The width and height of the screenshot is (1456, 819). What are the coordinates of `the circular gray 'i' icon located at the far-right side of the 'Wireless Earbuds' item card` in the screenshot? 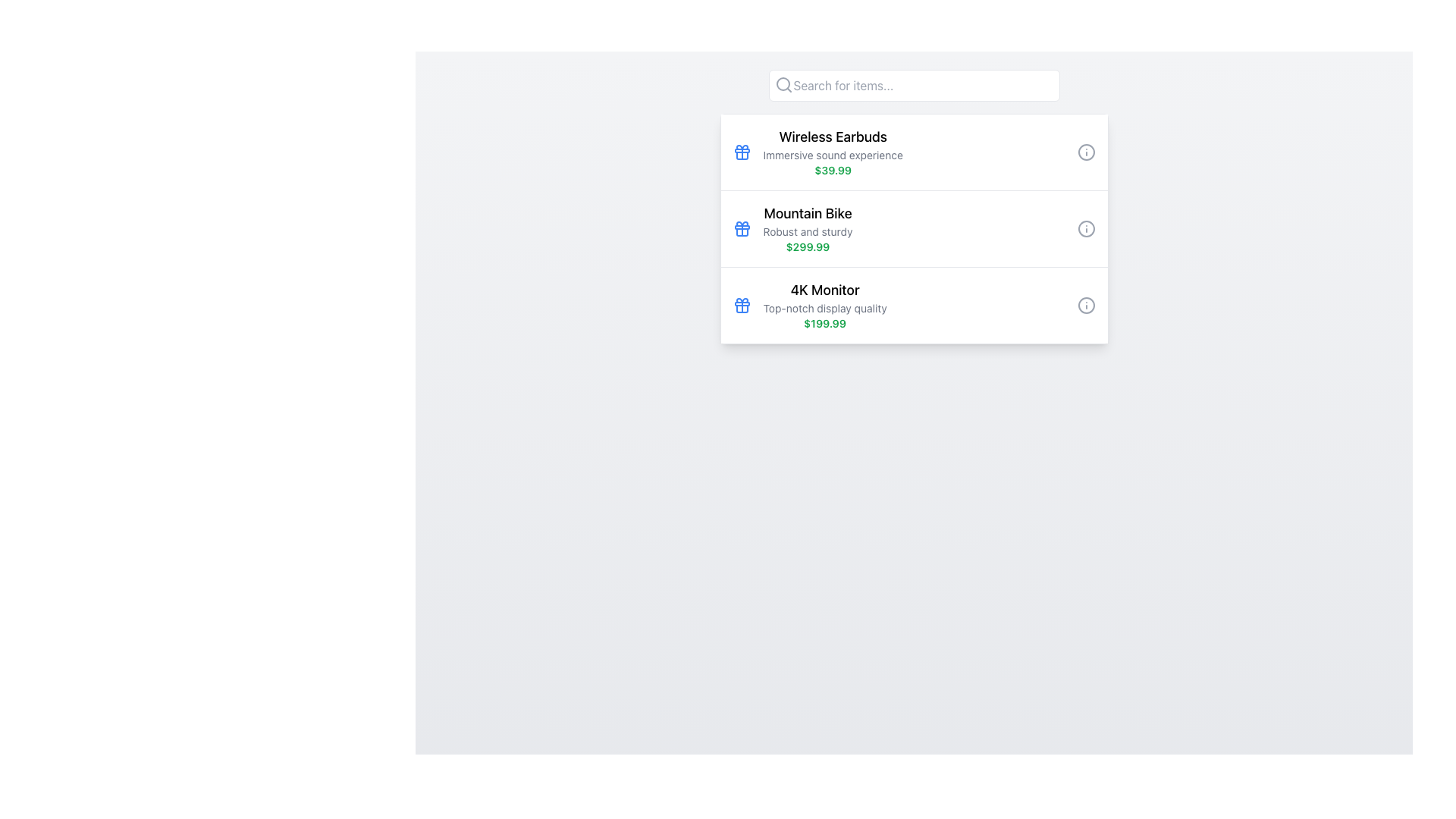 It's located at (1085, 152).